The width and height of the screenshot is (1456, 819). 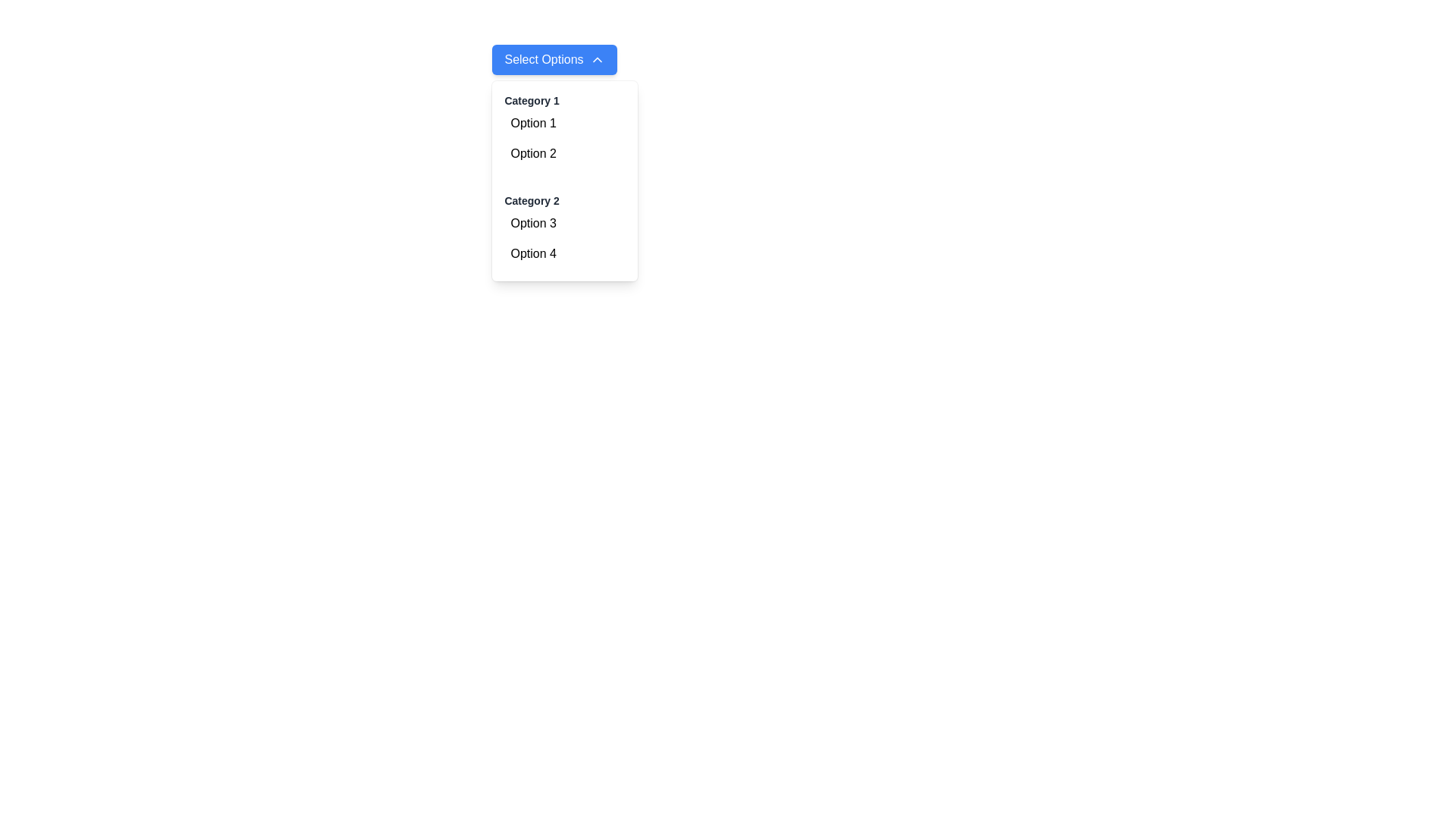 What do you see at coordinates (564, 231) in the screenshot?
I see `one of the options under 'Category 2', which groups 'Option 3' and 'Option 4' in the dropdown menu` at bounding box center [564, 231].